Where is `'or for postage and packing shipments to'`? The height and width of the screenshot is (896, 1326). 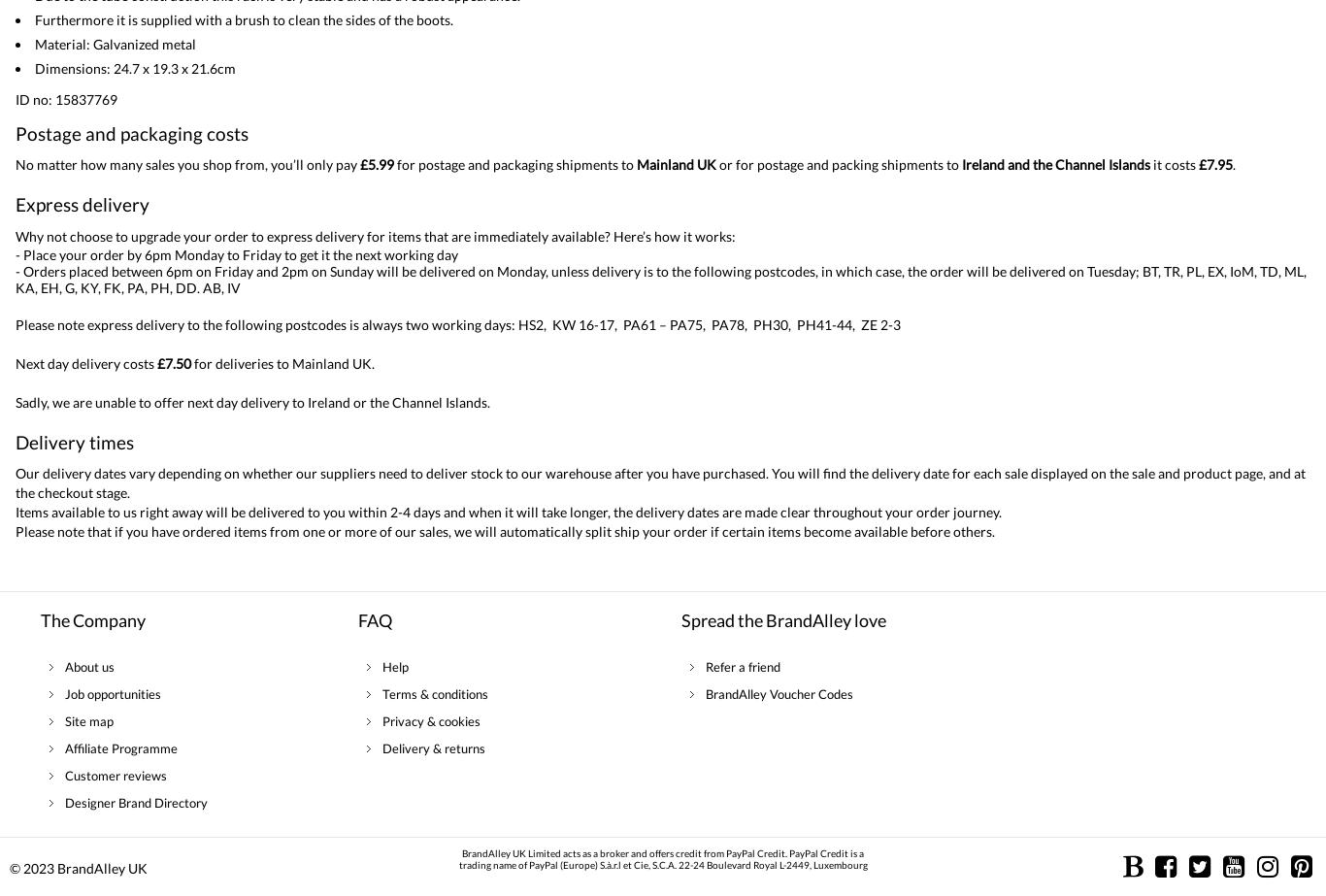 'or for postage and packing shipments to' is located at coordinates (838, 164).